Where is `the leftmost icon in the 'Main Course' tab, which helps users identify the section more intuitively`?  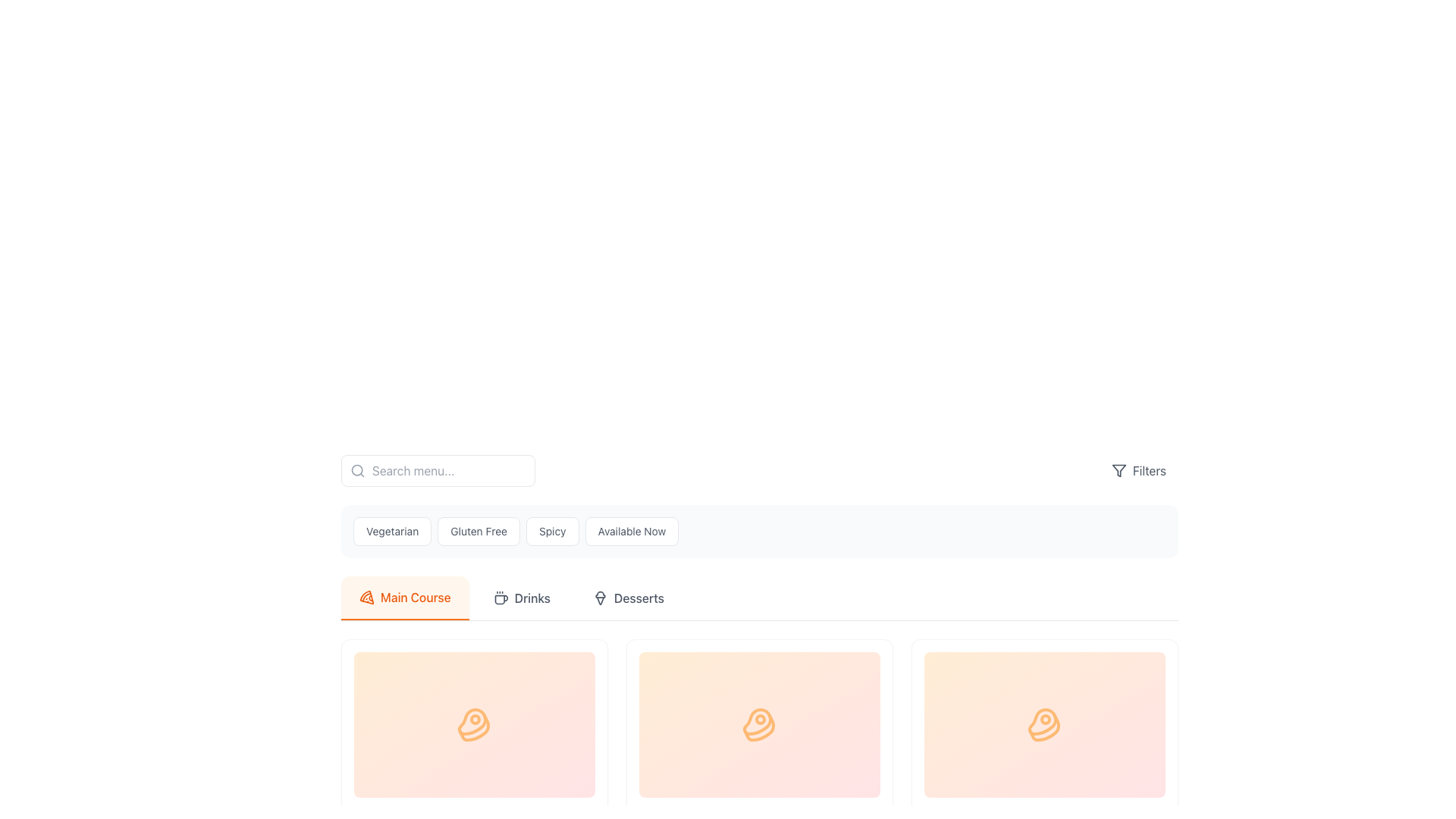
the leftmost icon in the 'Main Course' tab, which helps users identify the section more intuitively is located at coordinates (367, 596).